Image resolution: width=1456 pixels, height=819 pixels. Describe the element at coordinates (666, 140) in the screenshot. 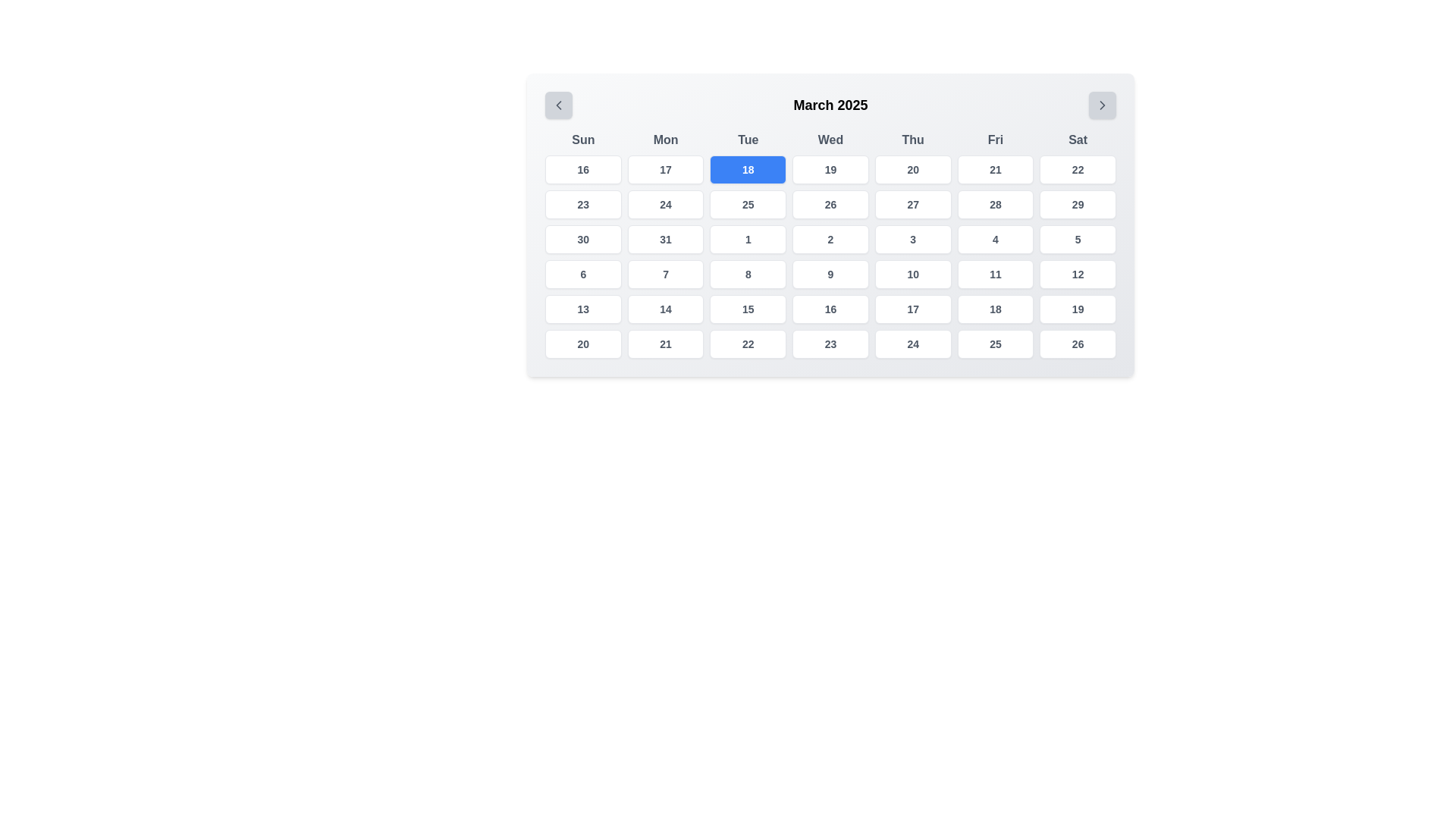

I see `the label 'Mon', which is styled in bold and is the second header in a row of days of the week, positioned between 'Sun' and 'Tue'` at that location.